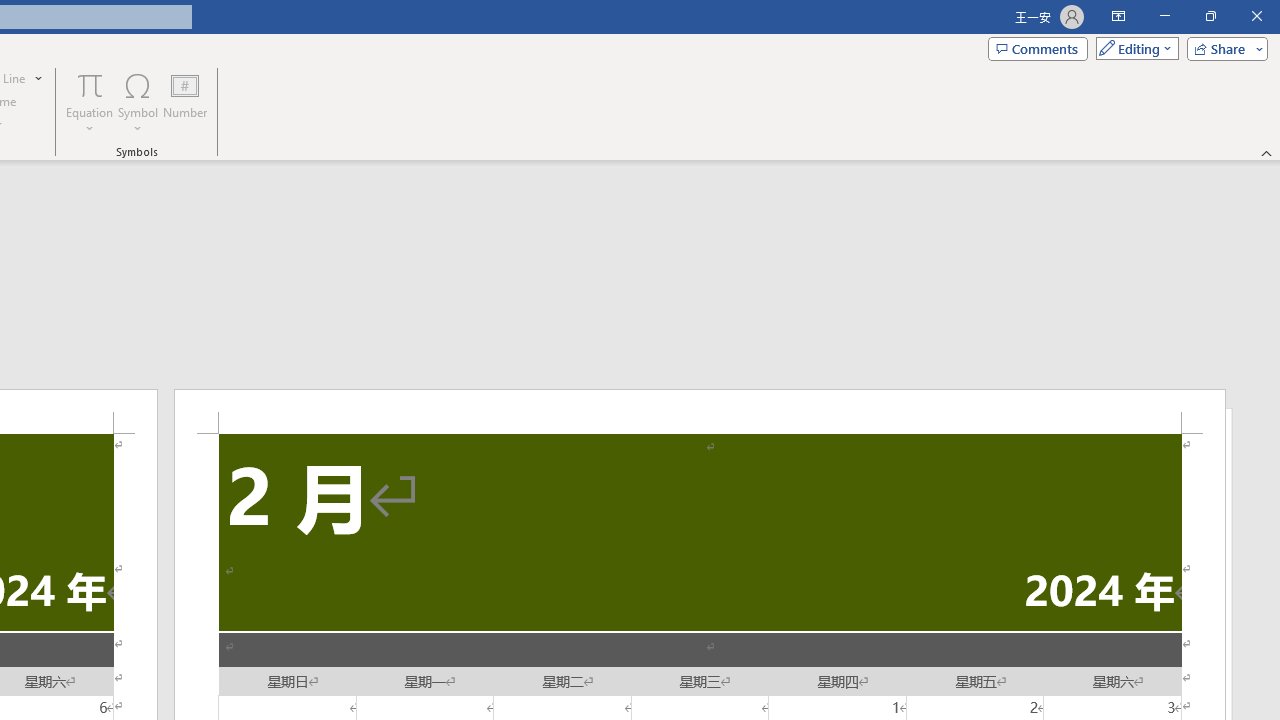 This screenshot has height=720, width=1280. Describe the element at coordinates (1209, 16) in the screenshot. I see `'Restore Down'` at that location.